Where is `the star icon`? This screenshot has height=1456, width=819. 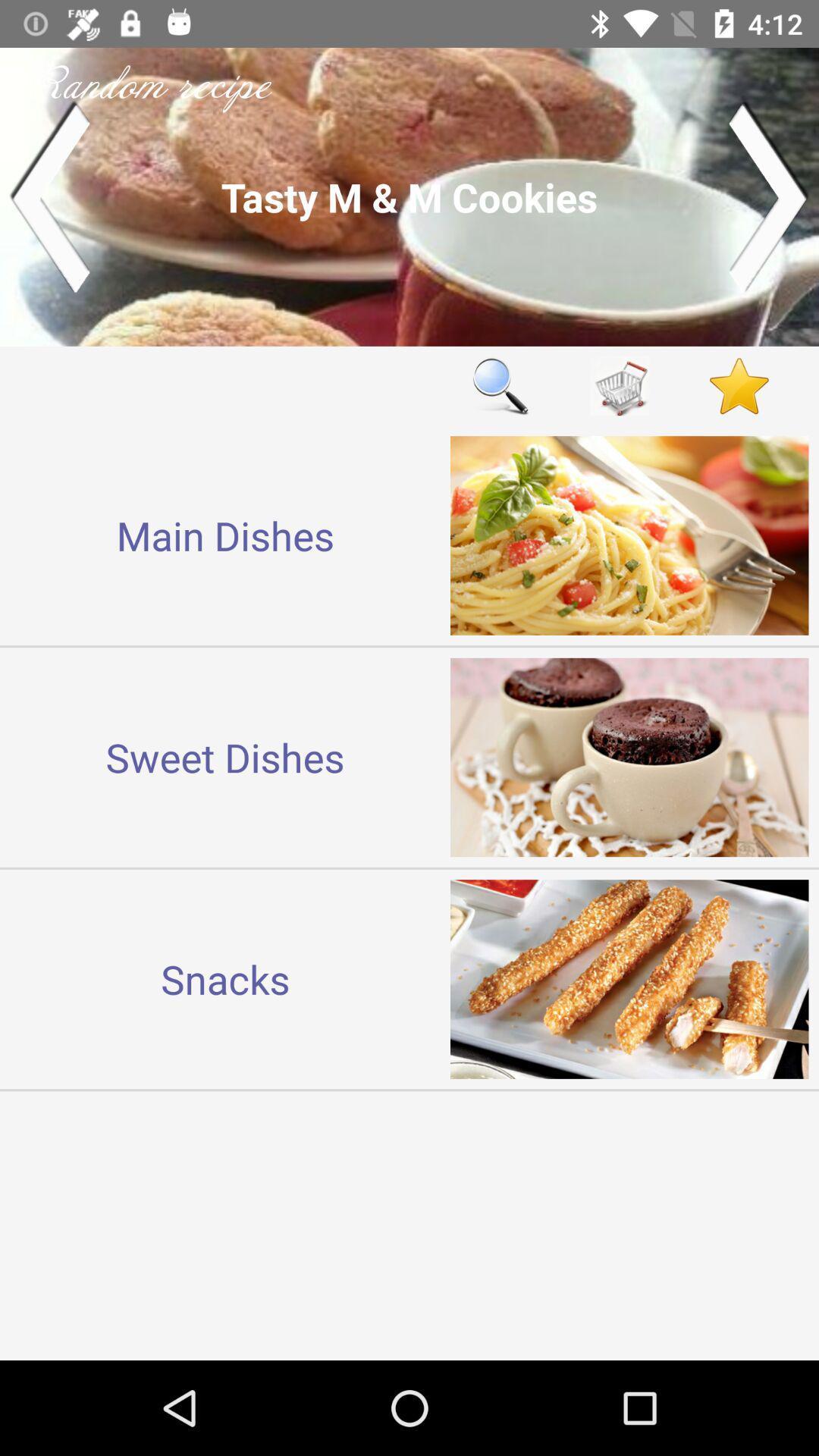 the star icon is located at coordinates (739, 386).